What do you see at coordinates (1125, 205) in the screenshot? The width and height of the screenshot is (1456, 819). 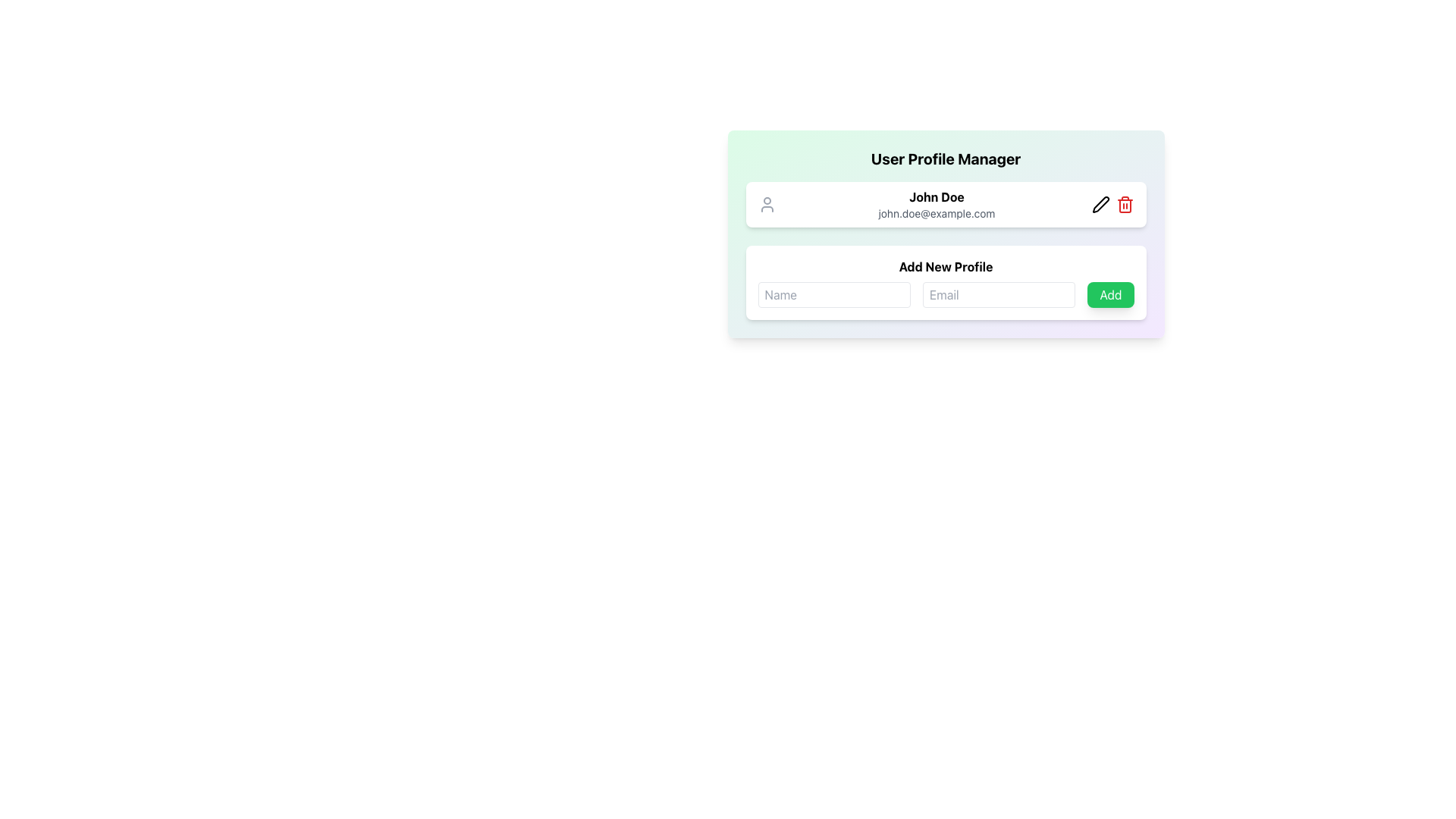 I see `the delete button located at the top-right corner of John Doe's profile card` at bounding box center [1125, 205].